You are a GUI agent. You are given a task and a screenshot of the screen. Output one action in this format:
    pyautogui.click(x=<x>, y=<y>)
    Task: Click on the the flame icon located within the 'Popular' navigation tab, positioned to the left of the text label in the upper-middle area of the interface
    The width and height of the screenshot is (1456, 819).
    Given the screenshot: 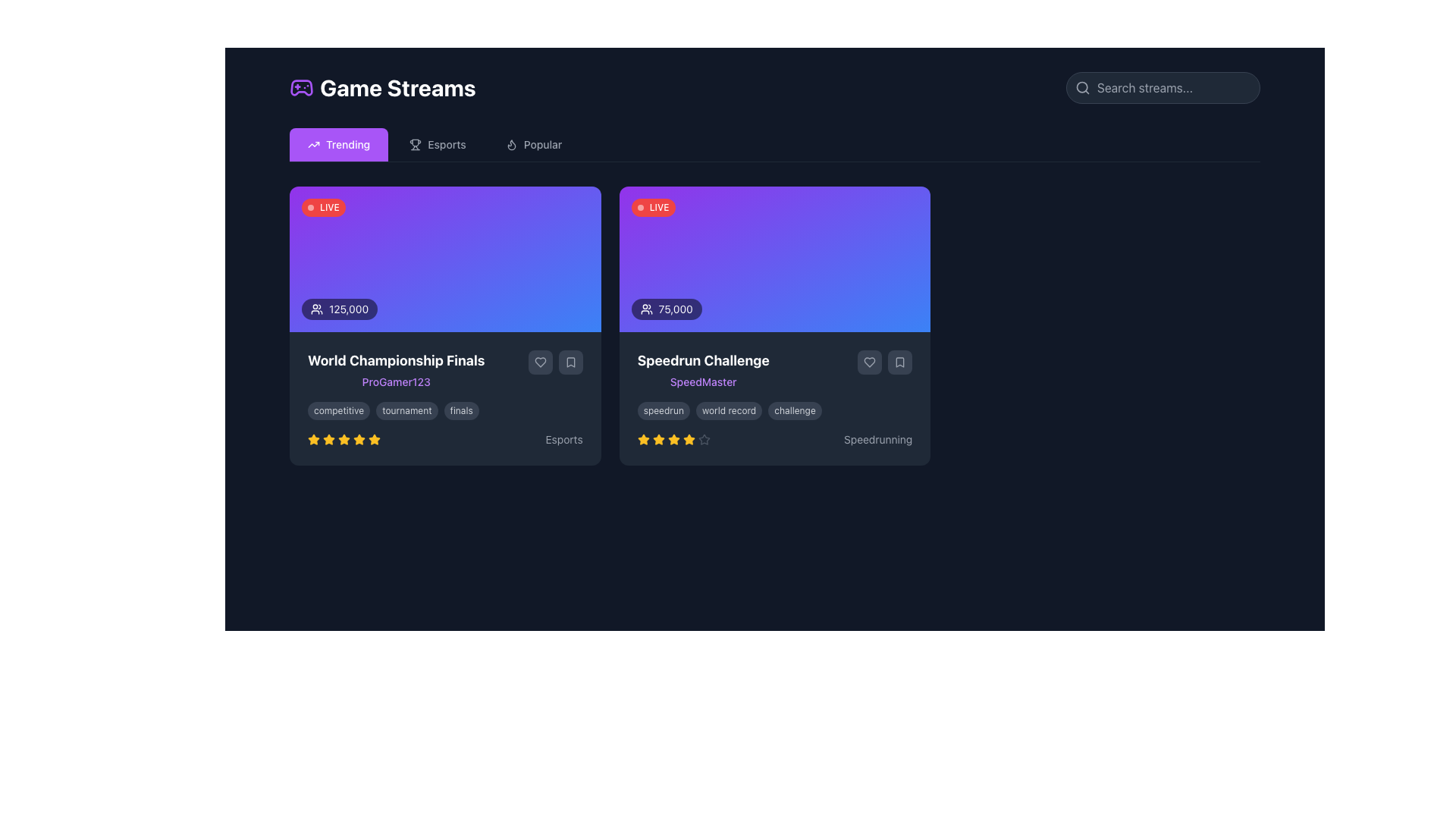 What is the action you would take?
    pyautogui.click(x=511, y=145)
    